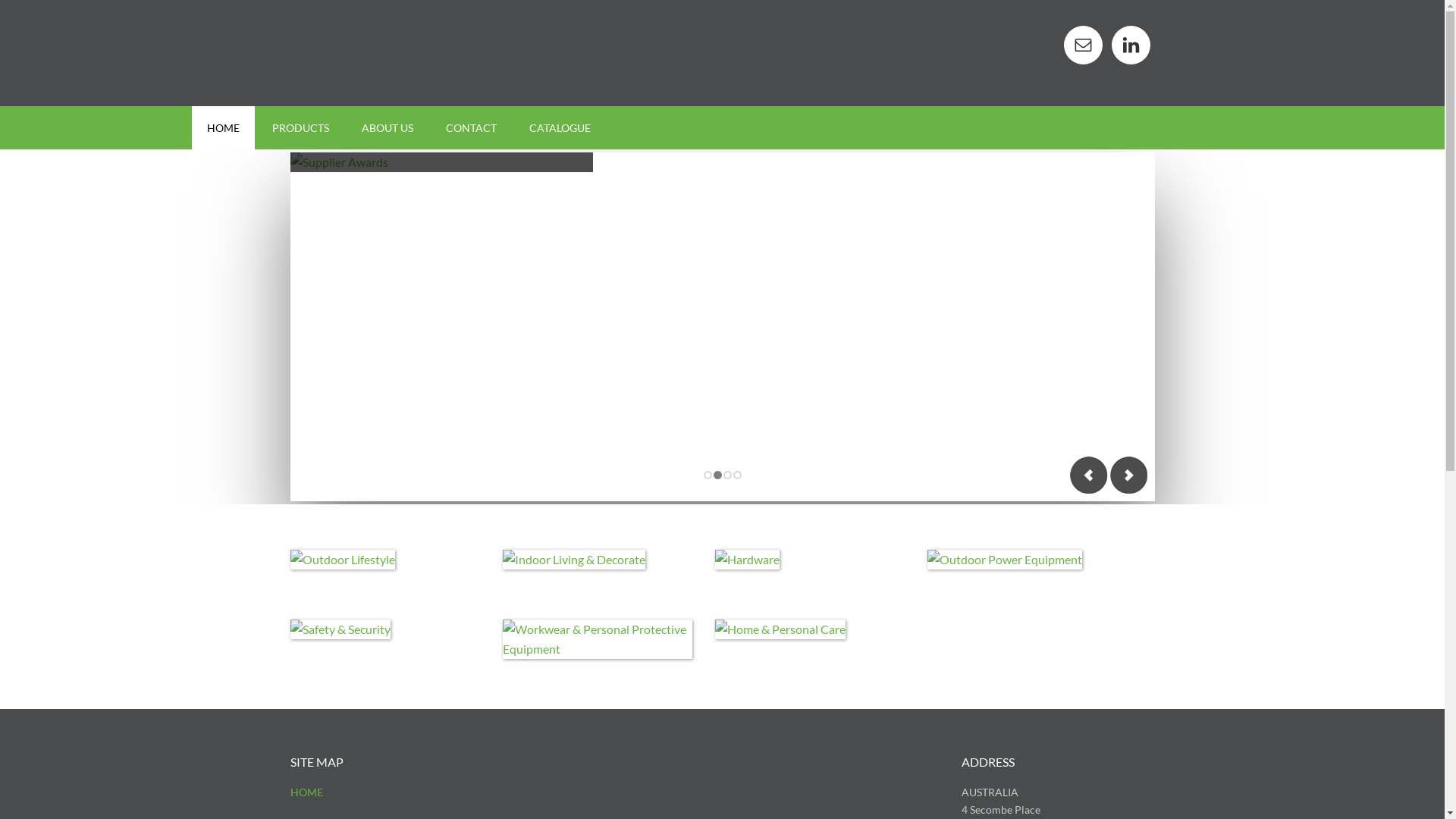  I want to click on 'Next', so click(1128, 474).